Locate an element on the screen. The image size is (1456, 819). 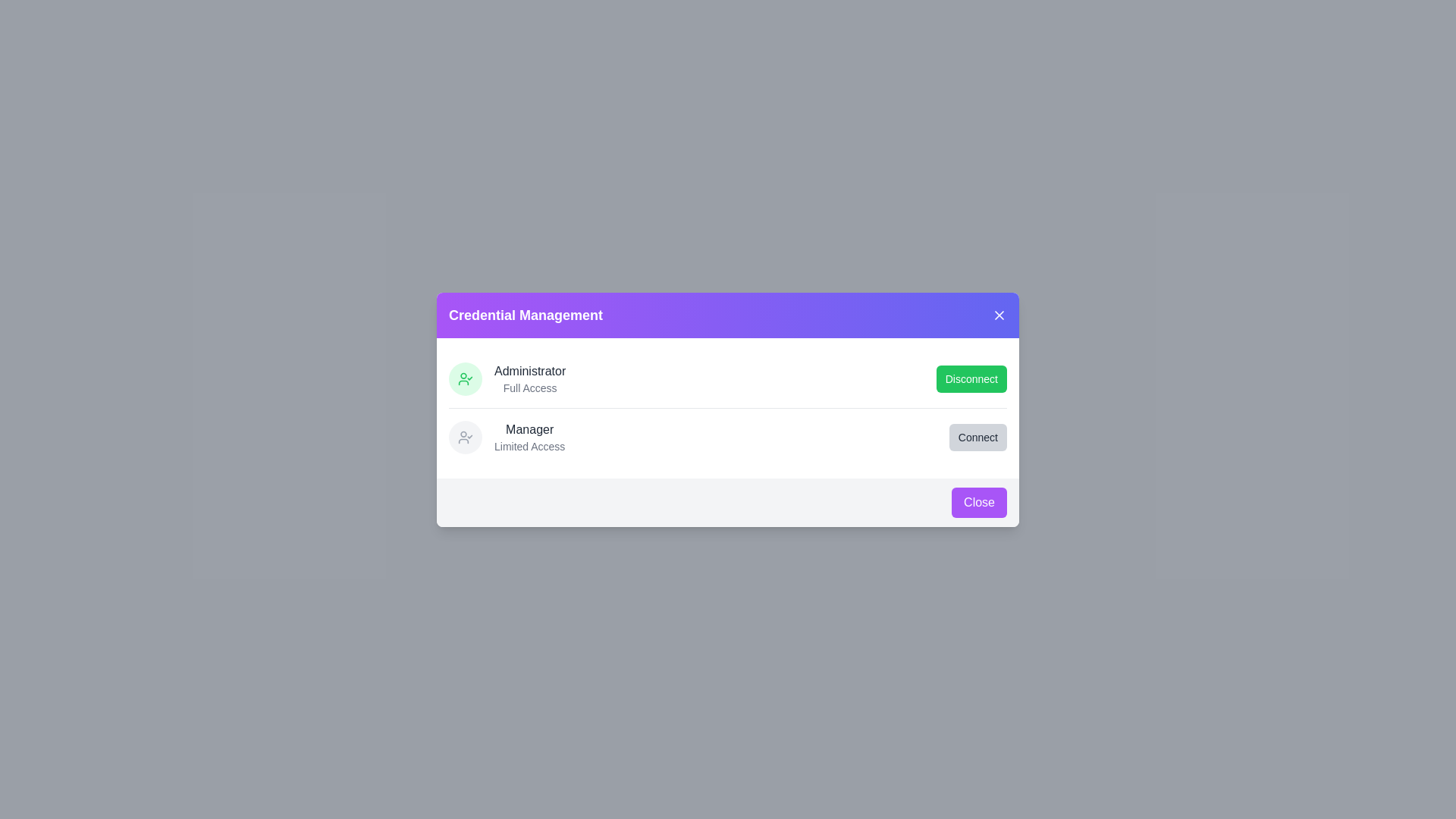
the close icon button in the top-right corner of the 'Credential Management' interface is located at coordinates (999, 314).